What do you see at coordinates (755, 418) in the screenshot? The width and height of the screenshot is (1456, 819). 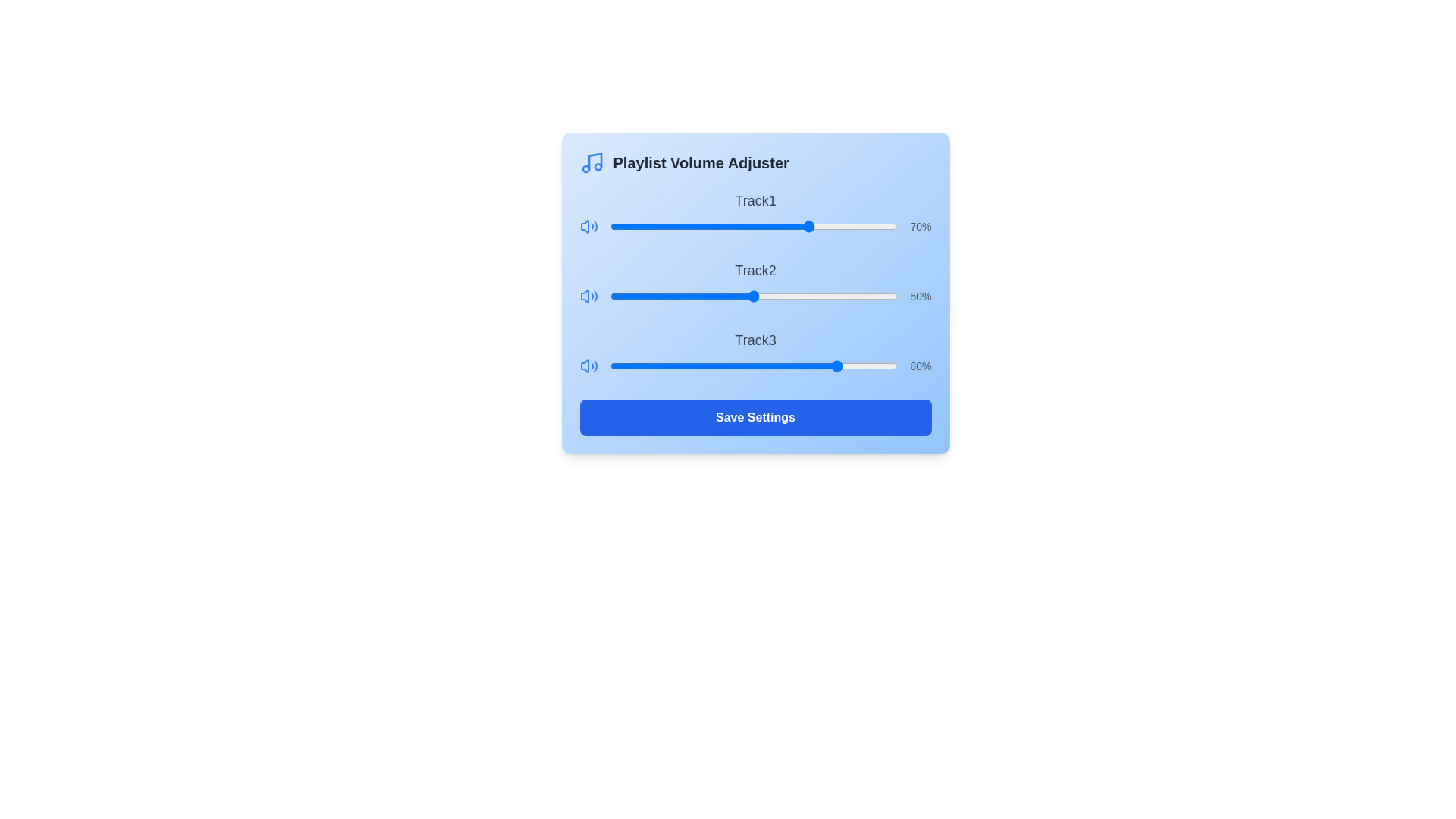 I see `the 'Save Settings' button to save the current playlist volume adjustments` at bounding box center [755, 418].